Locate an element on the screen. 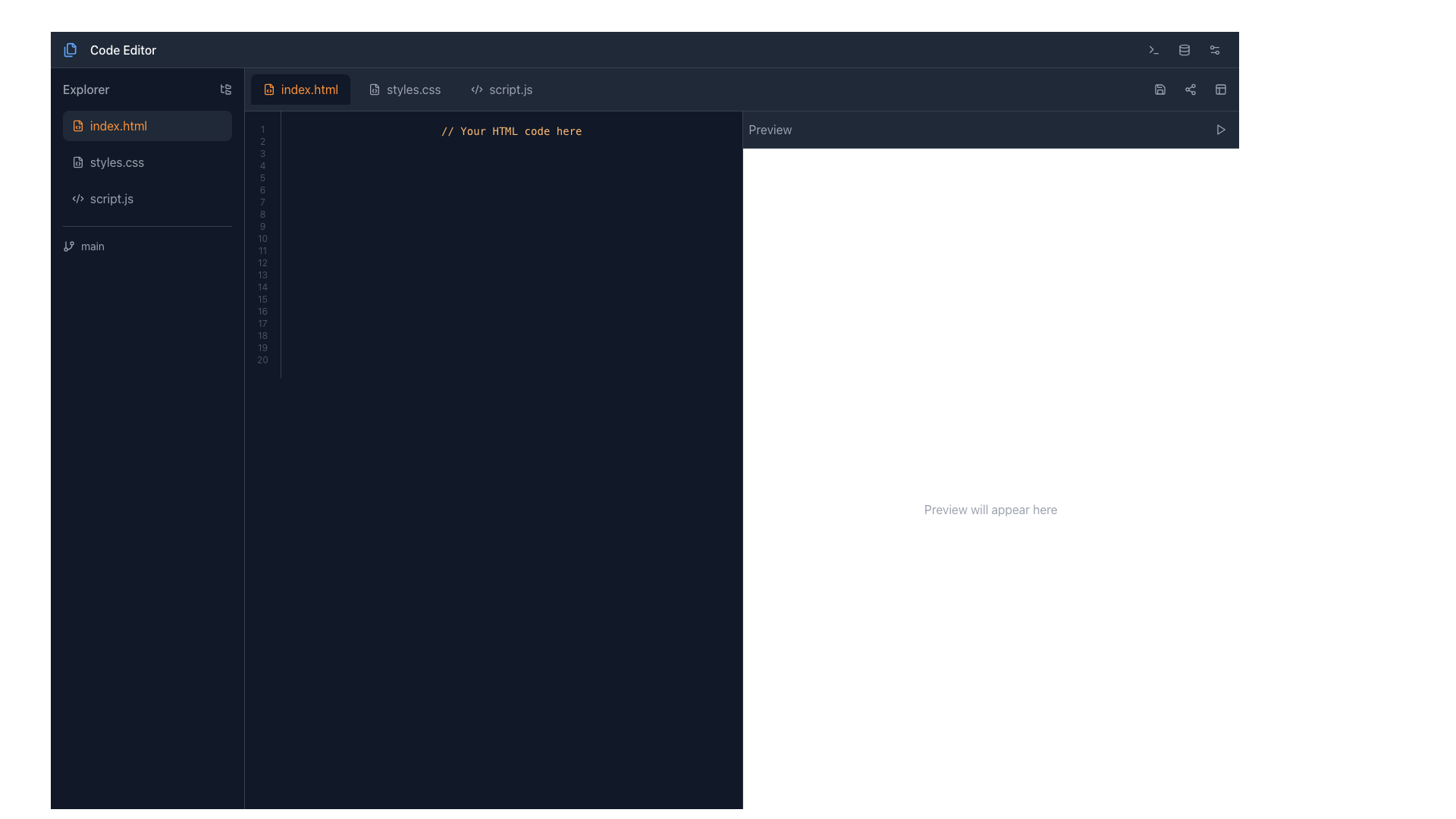 This screenshot has height=819, width=1456. the Text label displaying the number '10', which is centrally aligned in a vertical list on the left side of the interface is located at coordinates (262, 239).